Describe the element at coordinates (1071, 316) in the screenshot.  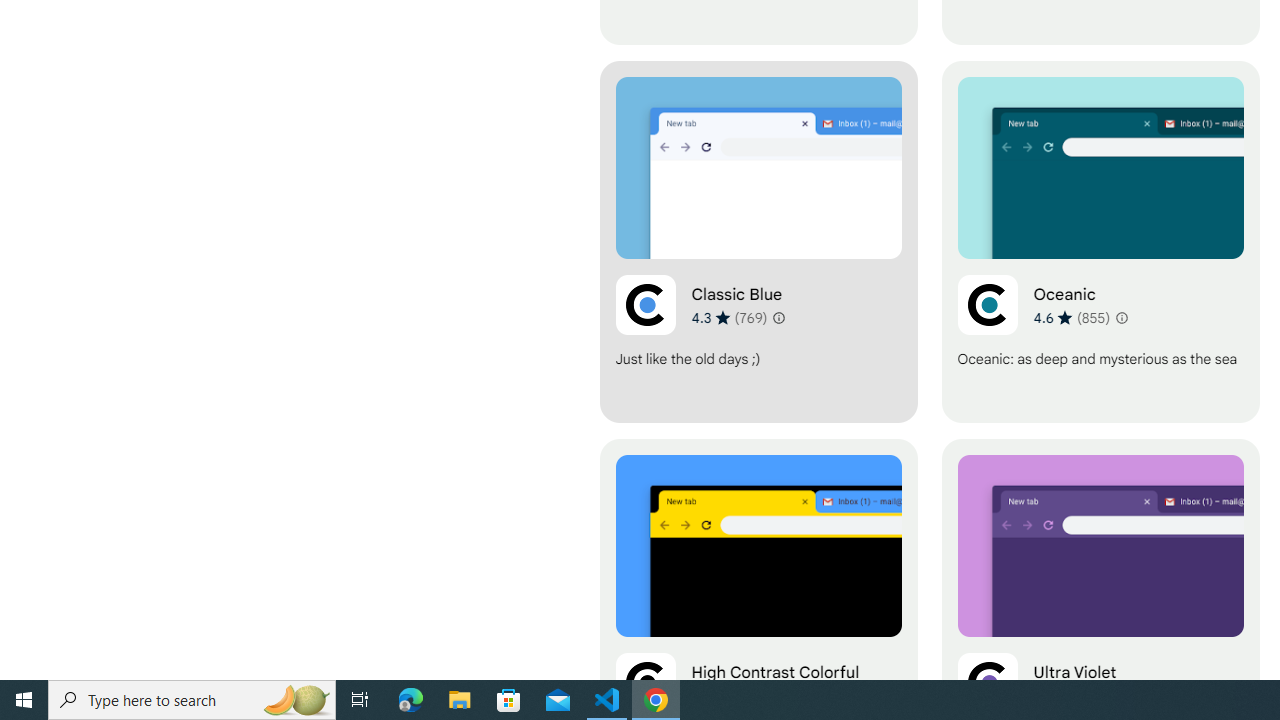
I see `'Average rating 4.6 out of 5 stars. 855 ratings.'` at that location.